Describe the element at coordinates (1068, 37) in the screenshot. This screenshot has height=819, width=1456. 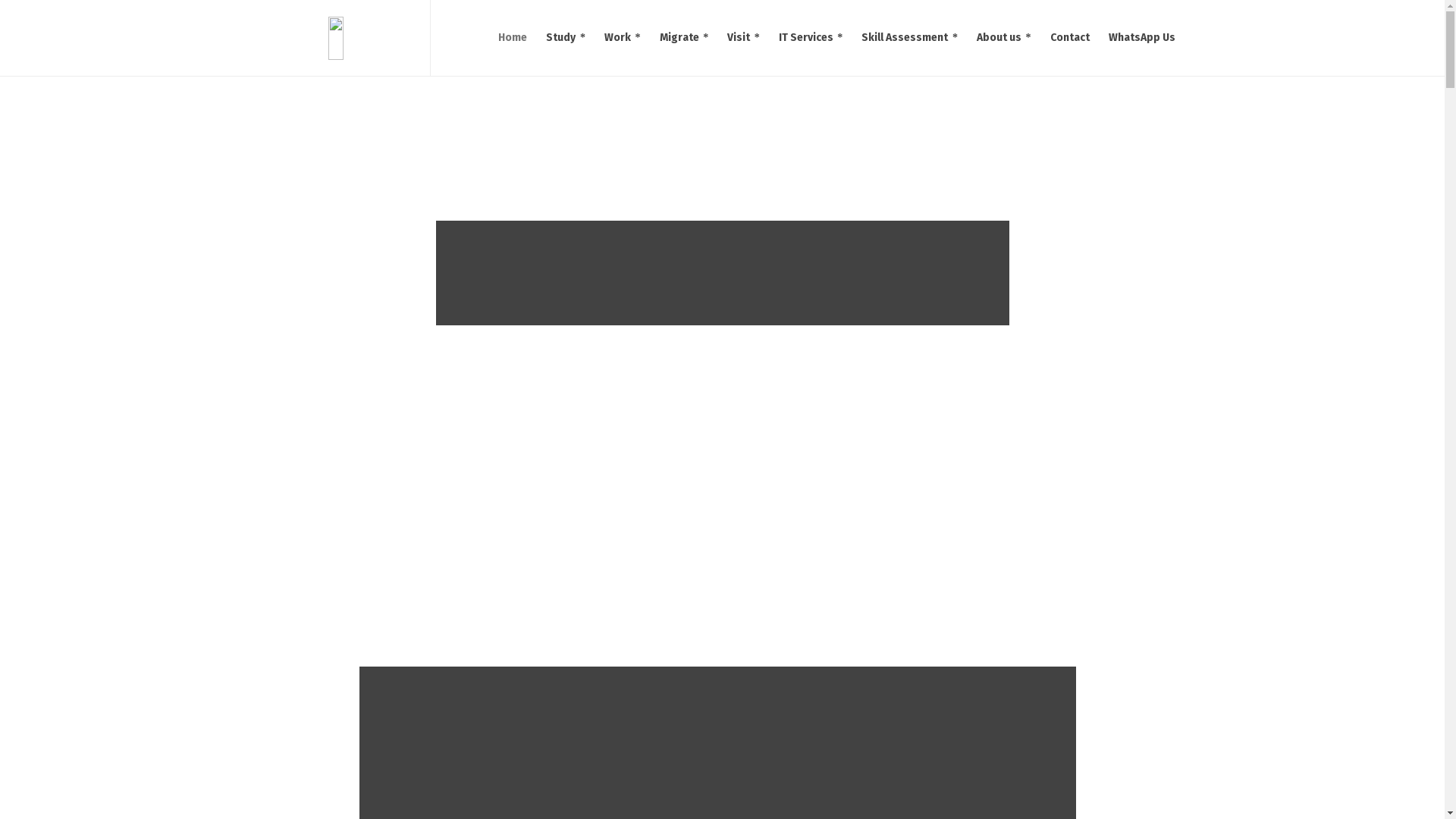
I see `'Contact'` at that location.